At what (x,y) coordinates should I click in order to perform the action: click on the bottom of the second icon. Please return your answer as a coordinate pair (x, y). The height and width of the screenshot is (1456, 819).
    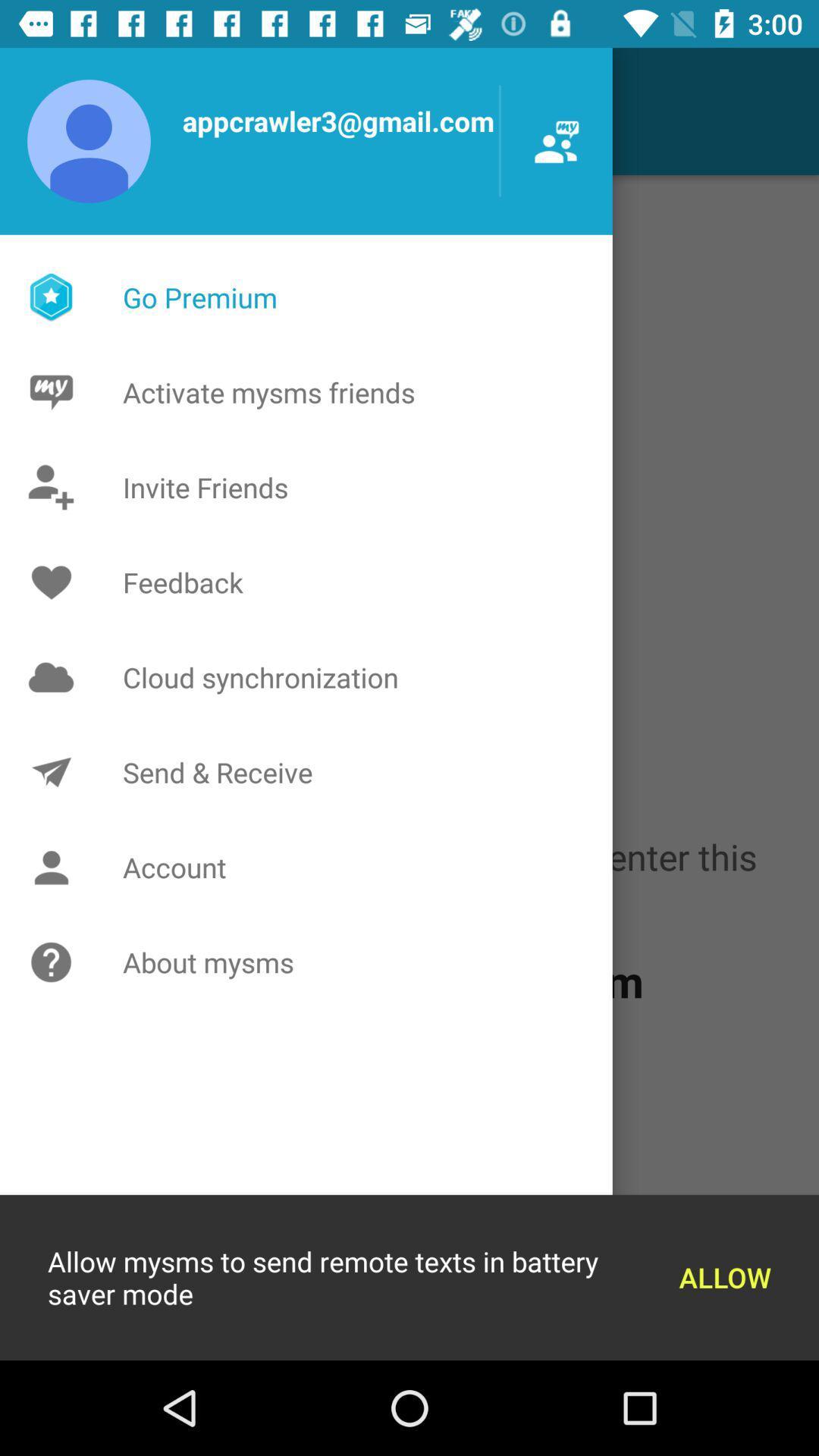
    Looking at the image, I should click on (55, 867).